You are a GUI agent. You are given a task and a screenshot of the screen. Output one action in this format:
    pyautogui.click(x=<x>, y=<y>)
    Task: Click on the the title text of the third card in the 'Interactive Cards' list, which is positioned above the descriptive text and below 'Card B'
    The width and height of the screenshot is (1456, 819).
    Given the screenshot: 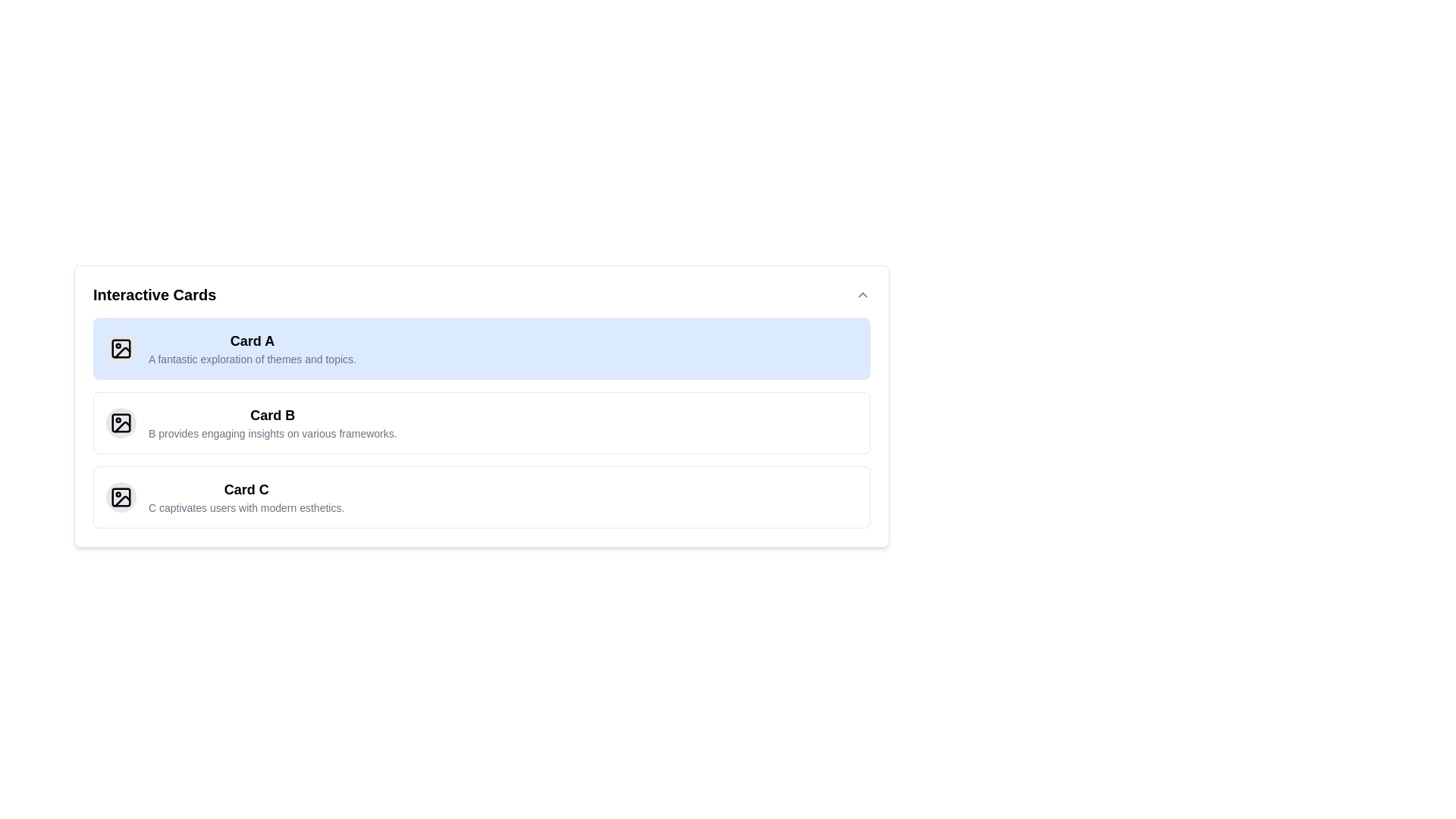 What is the action you would take?
    pyautogui.click(x=246, y=489)
    